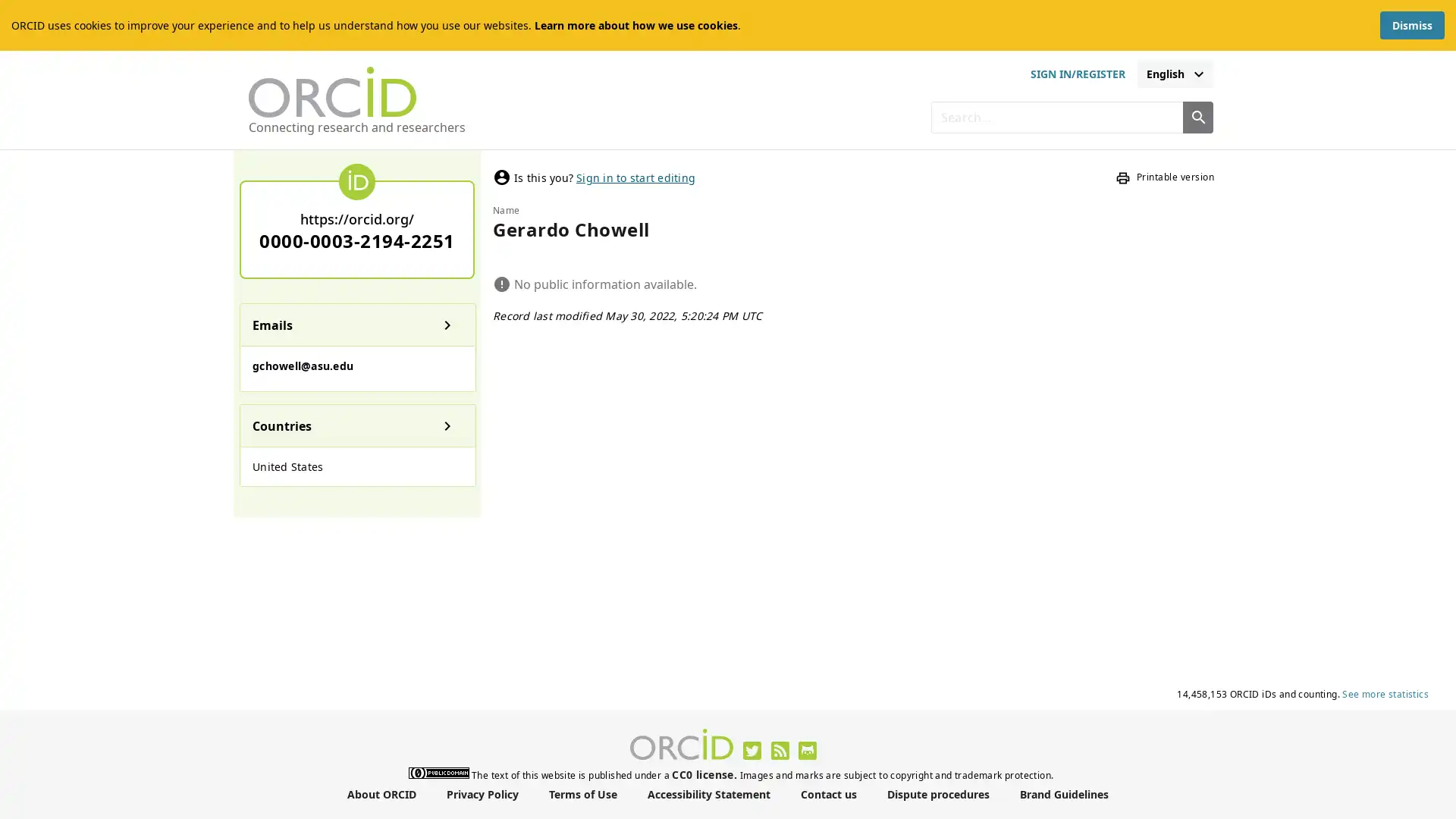 This screenshot has width=1456, height=819. Describe the element at coordinates (447, 425) in the screenshot. I see `Show details` at that location.